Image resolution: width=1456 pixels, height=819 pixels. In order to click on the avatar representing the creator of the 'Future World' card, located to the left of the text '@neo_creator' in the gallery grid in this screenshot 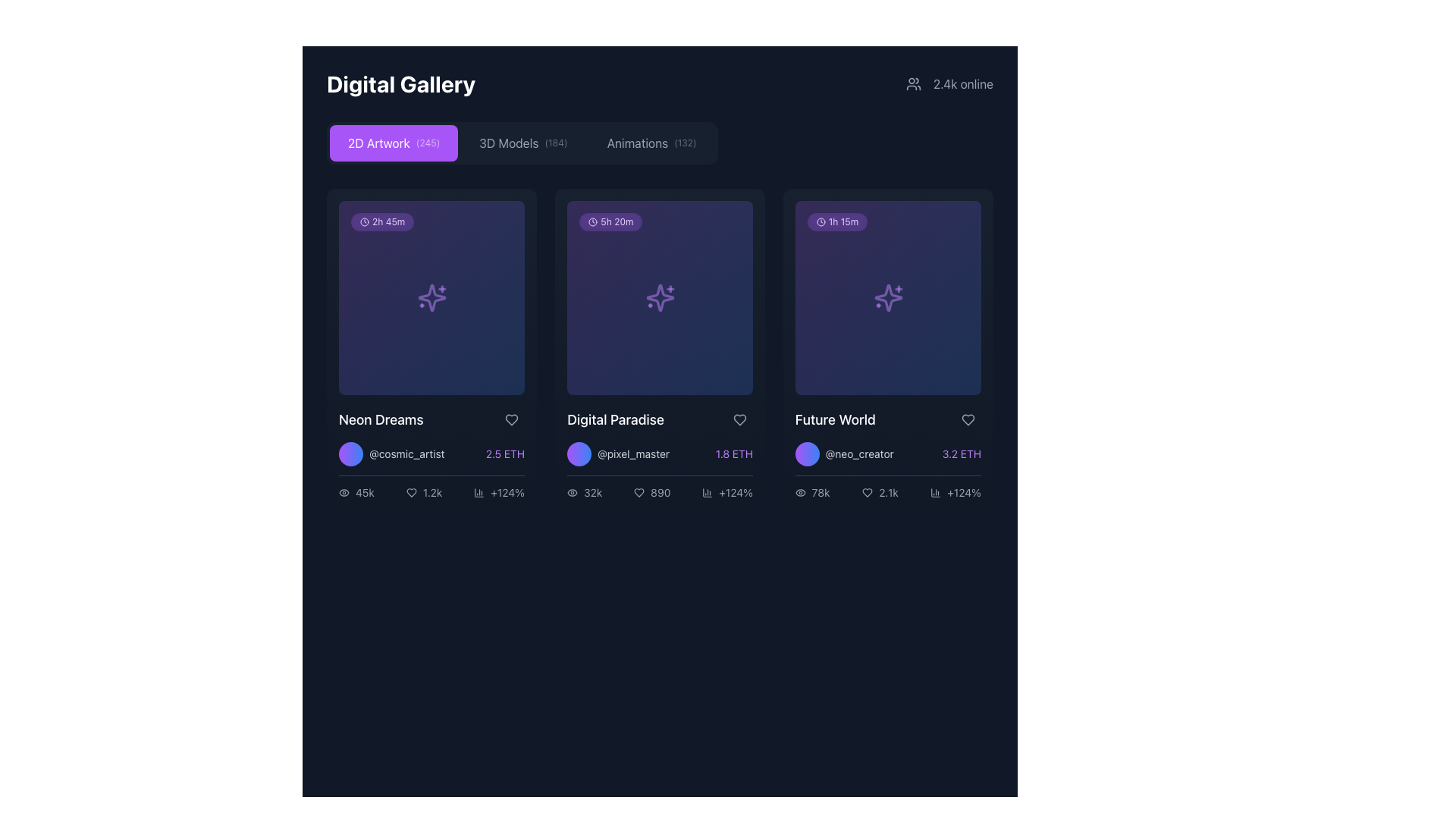, I will do `click(807, 453)`.